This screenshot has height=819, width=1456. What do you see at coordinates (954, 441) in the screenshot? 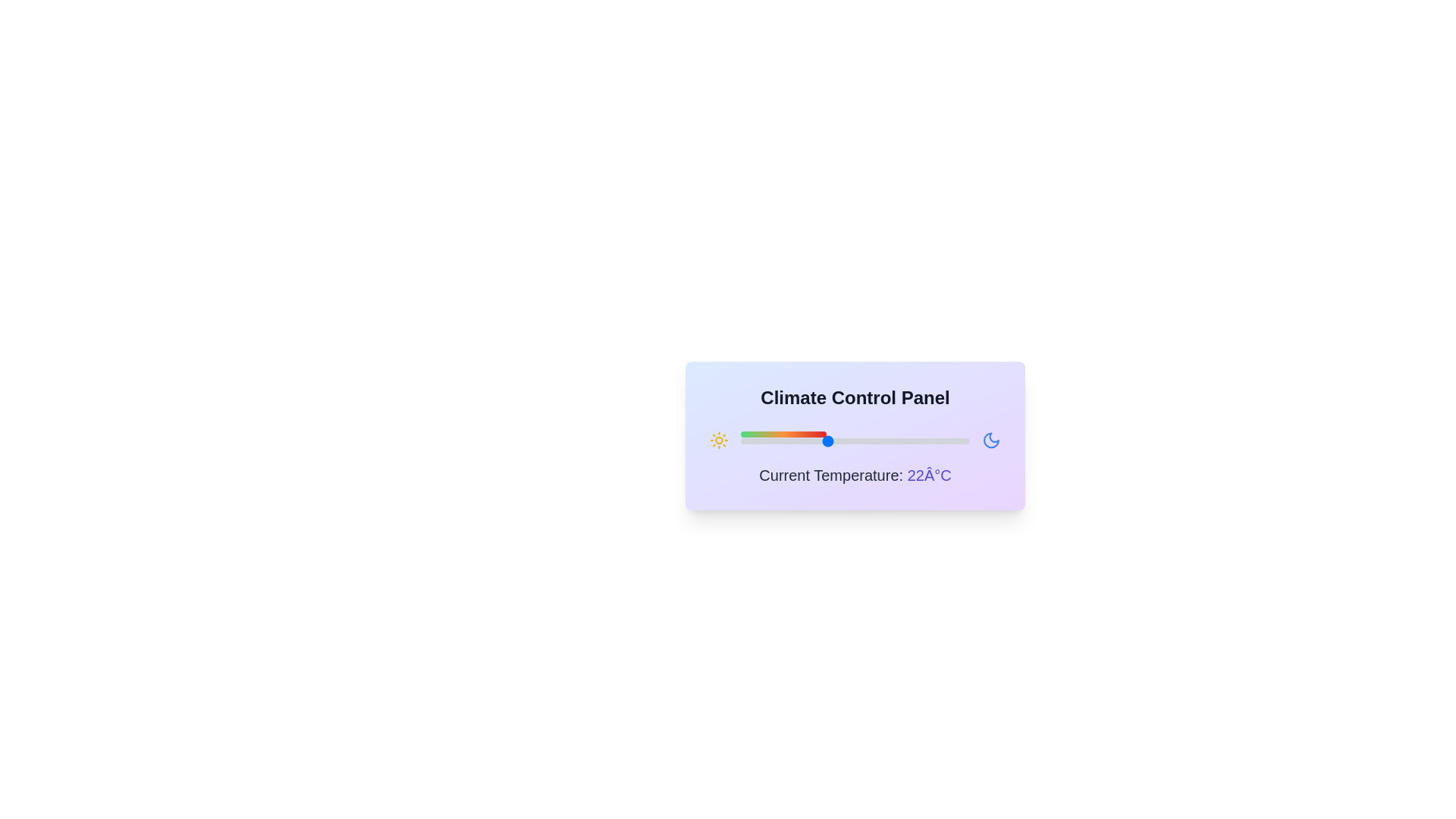
I see `the temperature` at bounding box center [954, 441].